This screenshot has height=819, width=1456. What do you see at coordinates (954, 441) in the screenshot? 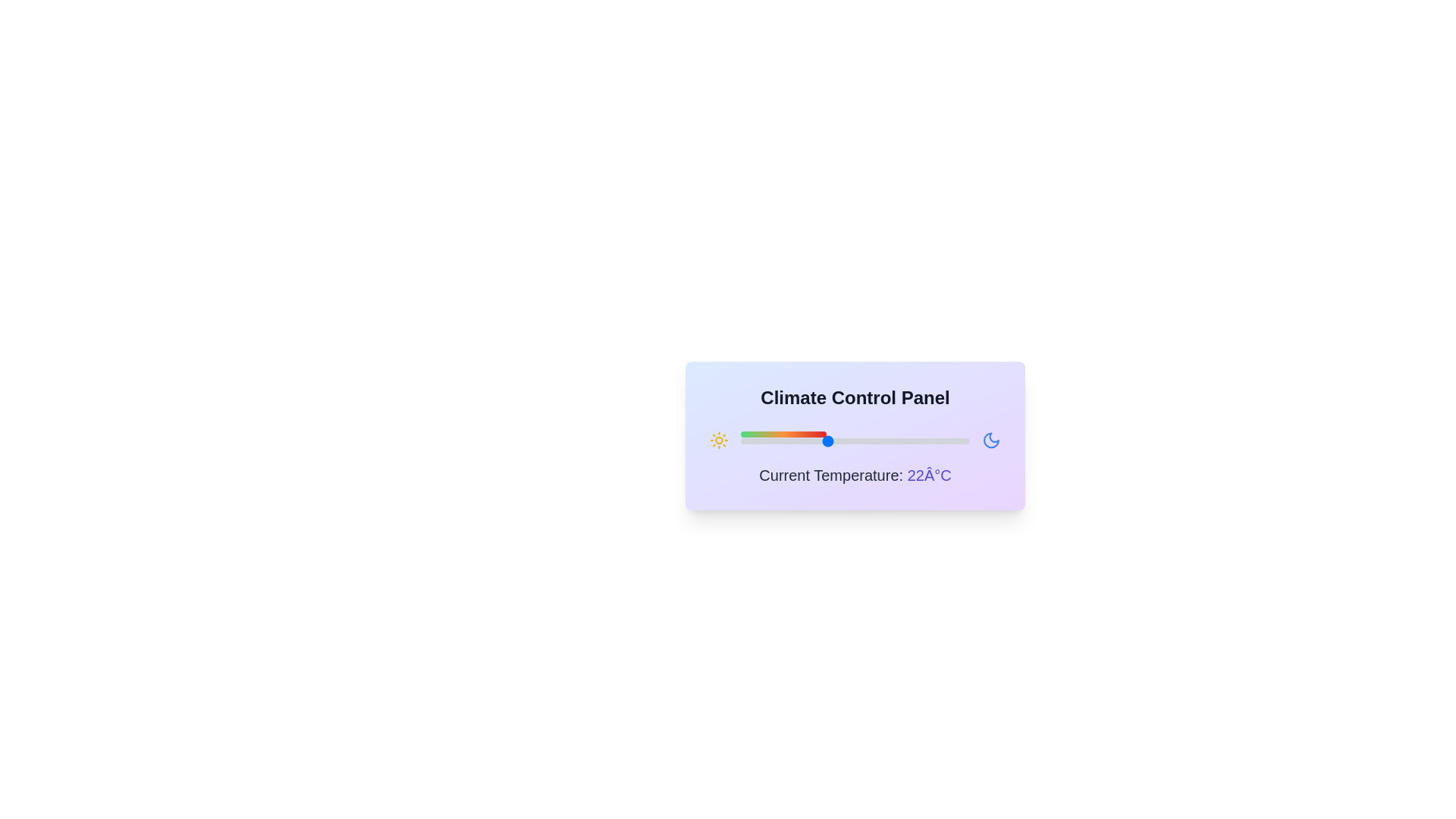
I see `the temperature` at bounding box center [954, 441].